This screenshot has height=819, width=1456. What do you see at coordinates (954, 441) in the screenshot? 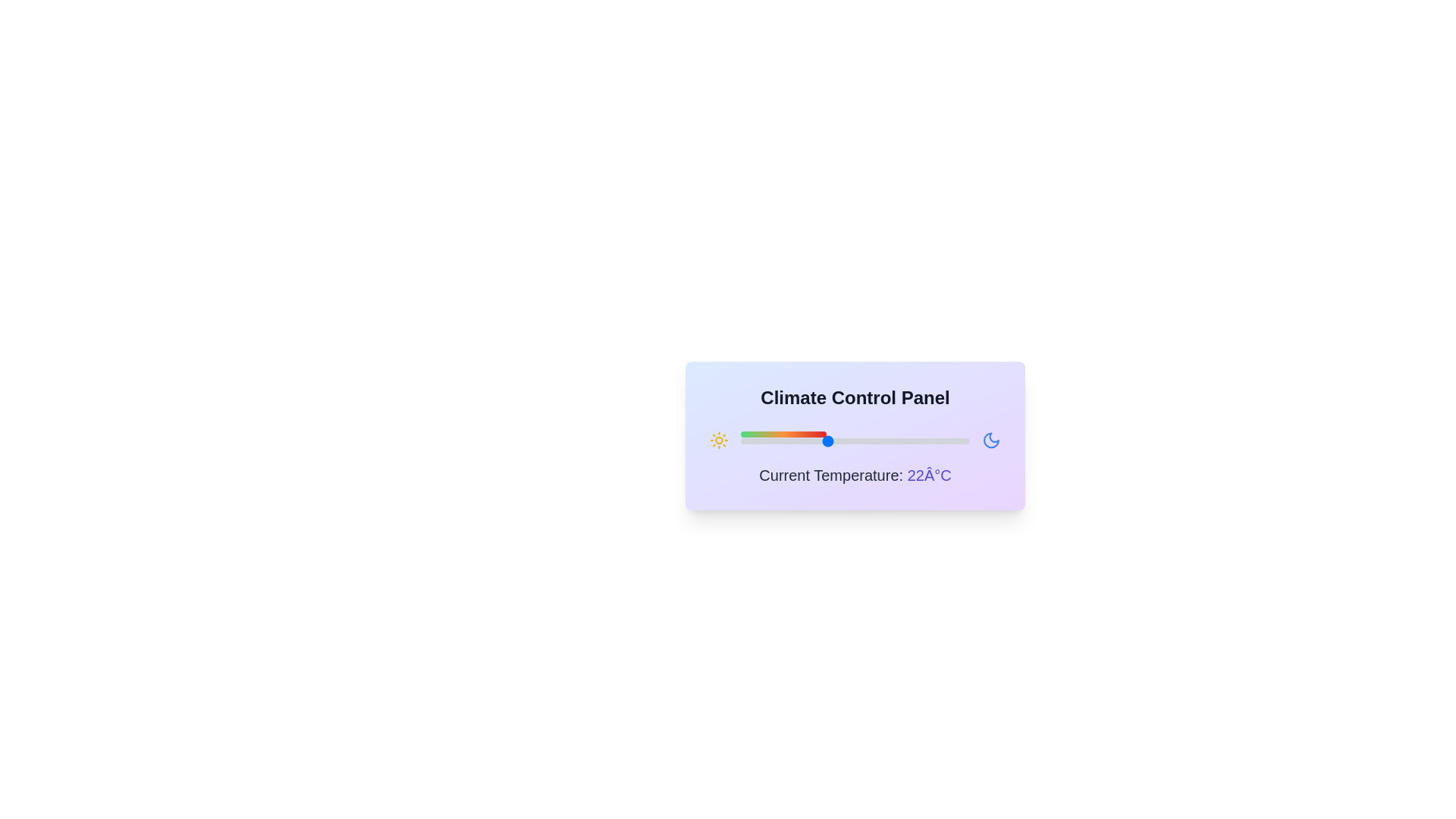
I see `the temperature` at bounding box center [954, 441].